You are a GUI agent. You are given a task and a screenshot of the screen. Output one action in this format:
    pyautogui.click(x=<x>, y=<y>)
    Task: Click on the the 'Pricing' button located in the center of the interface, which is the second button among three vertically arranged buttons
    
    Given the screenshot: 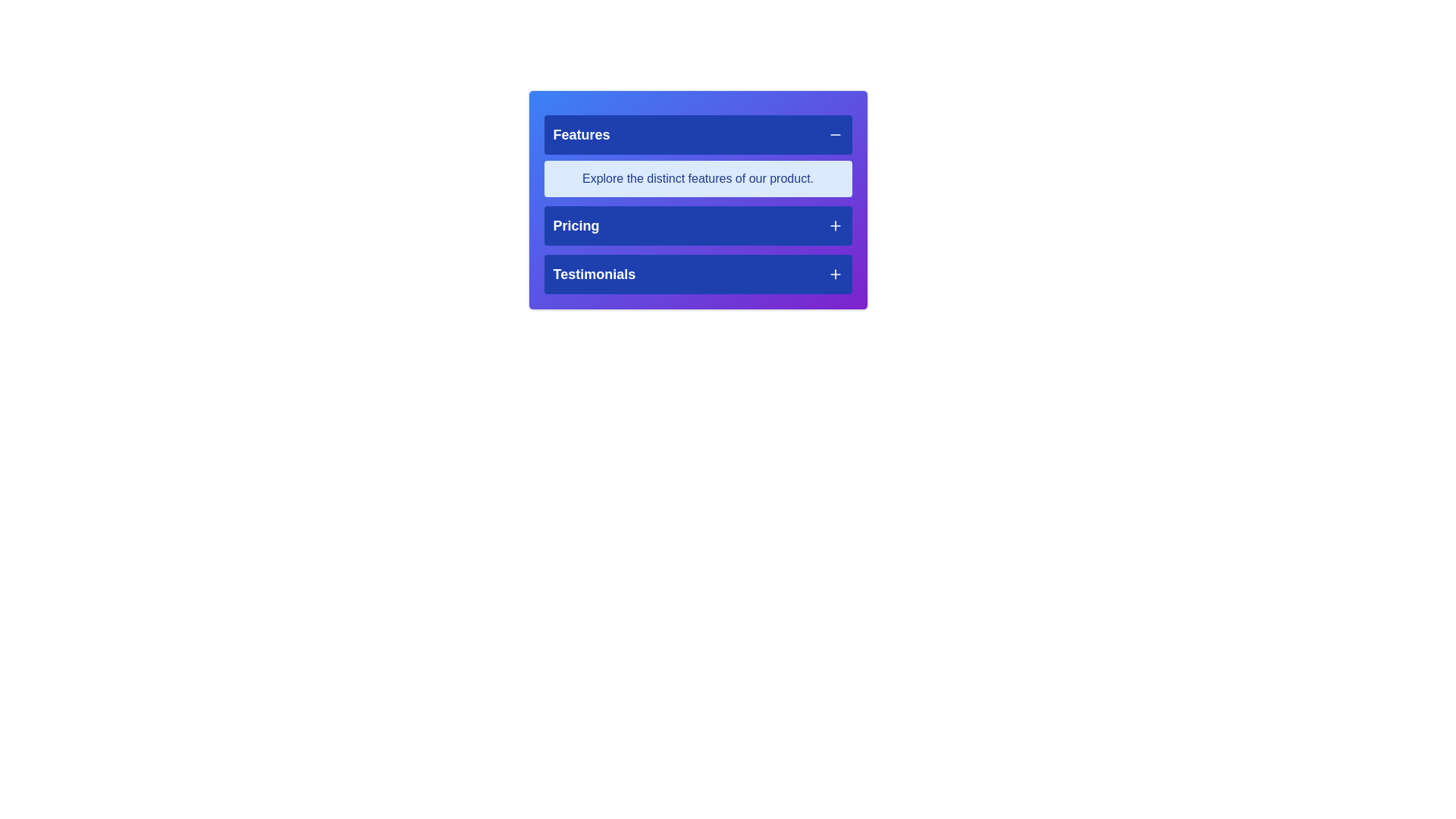 What is the action you would take?
    pyautogui.click(x=697, y=225)
    